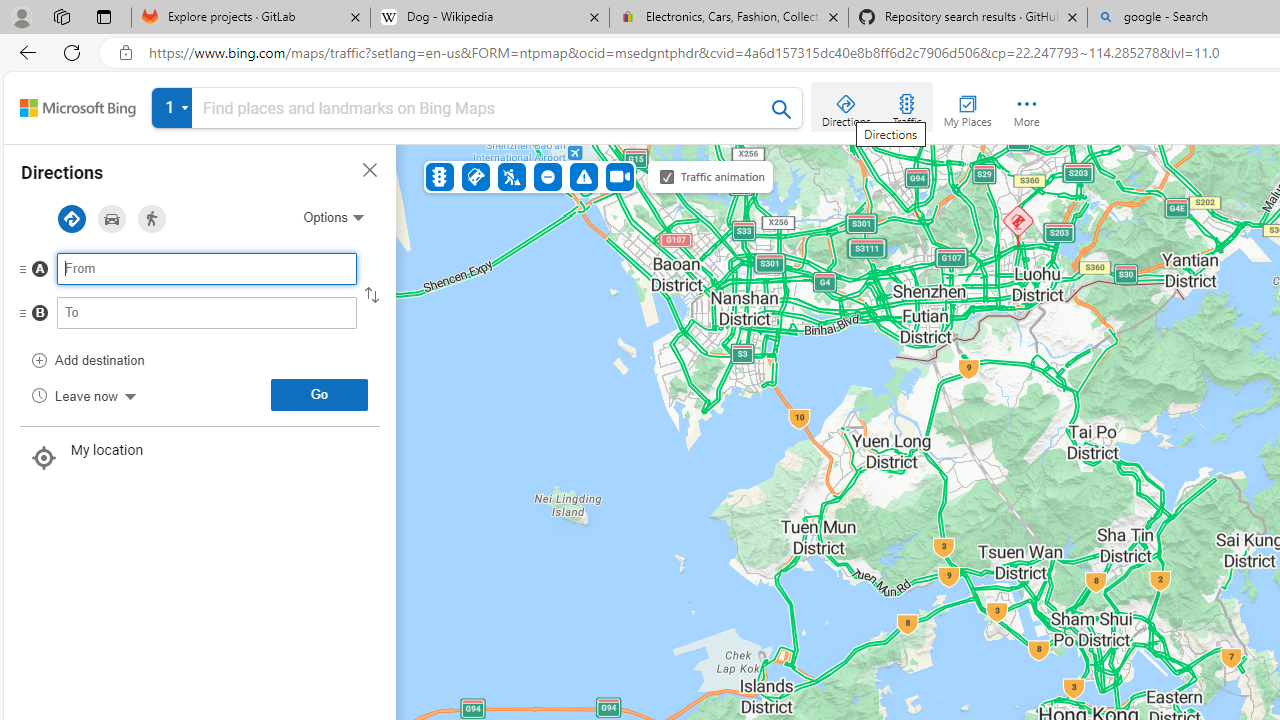 The height and width of the screenshot is (720, 1280). I want to click on 'Go', so click(318, 394).